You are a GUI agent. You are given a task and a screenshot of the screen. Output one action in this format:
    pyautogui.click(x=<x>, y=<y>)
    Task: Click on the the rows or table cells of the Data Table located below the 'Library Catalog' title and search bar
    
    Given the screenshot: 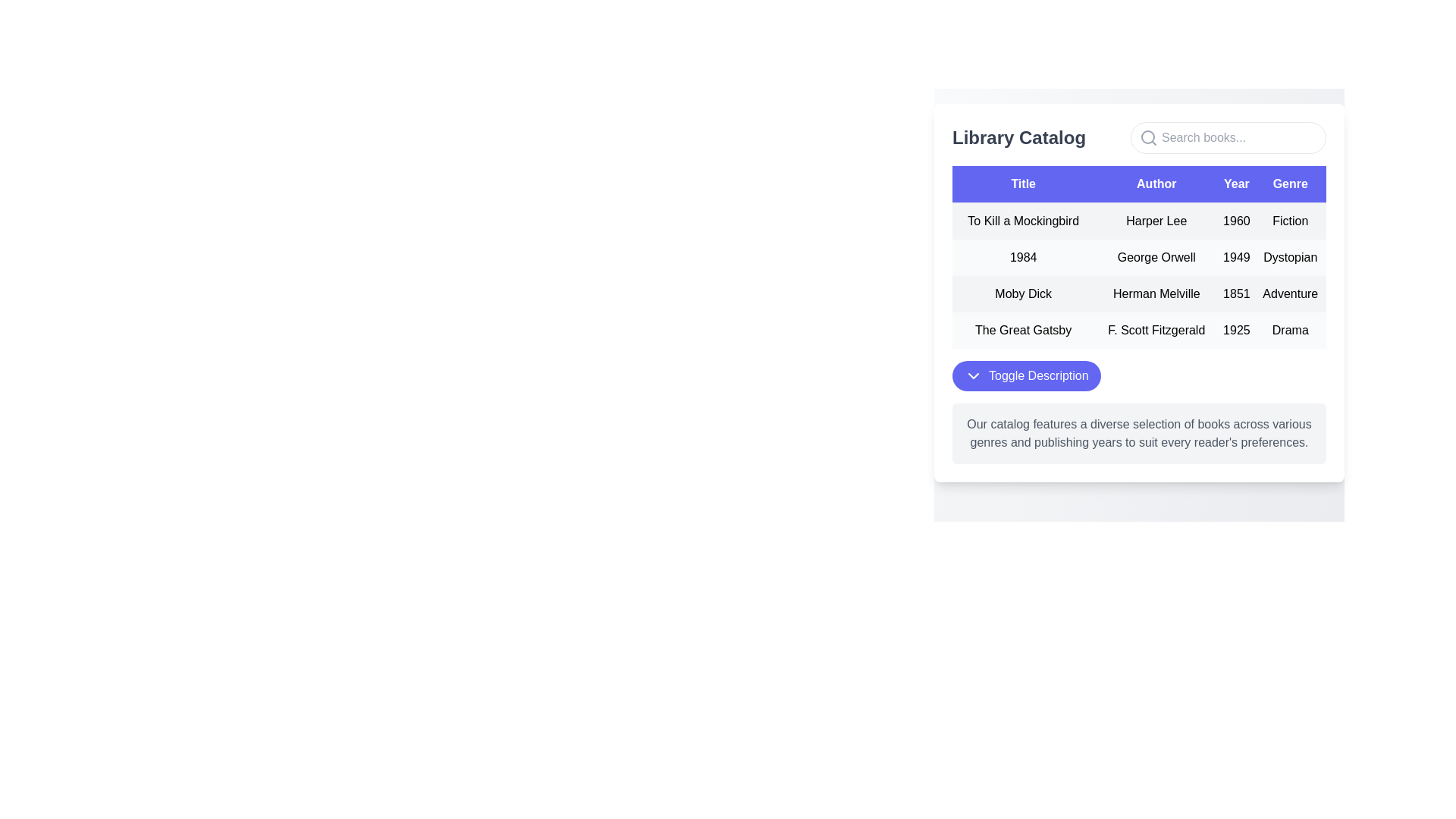 What is the action you would take?
    pyautogui.click(x=1139, y=275)
    